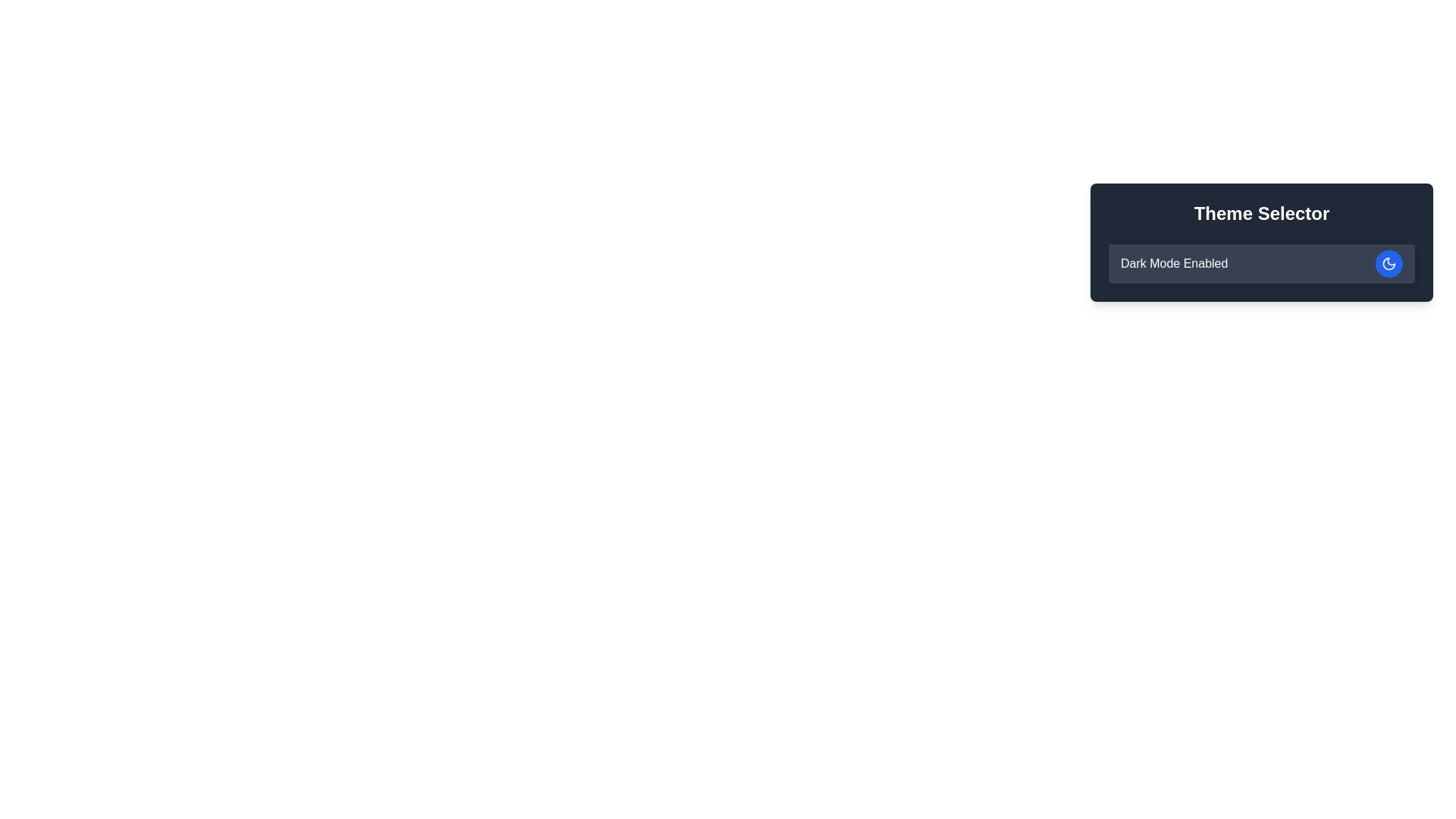  I want to click on the dark mode toggle button located to the right of the 'Dark Mode Enabled' text, so click(1389, 262).